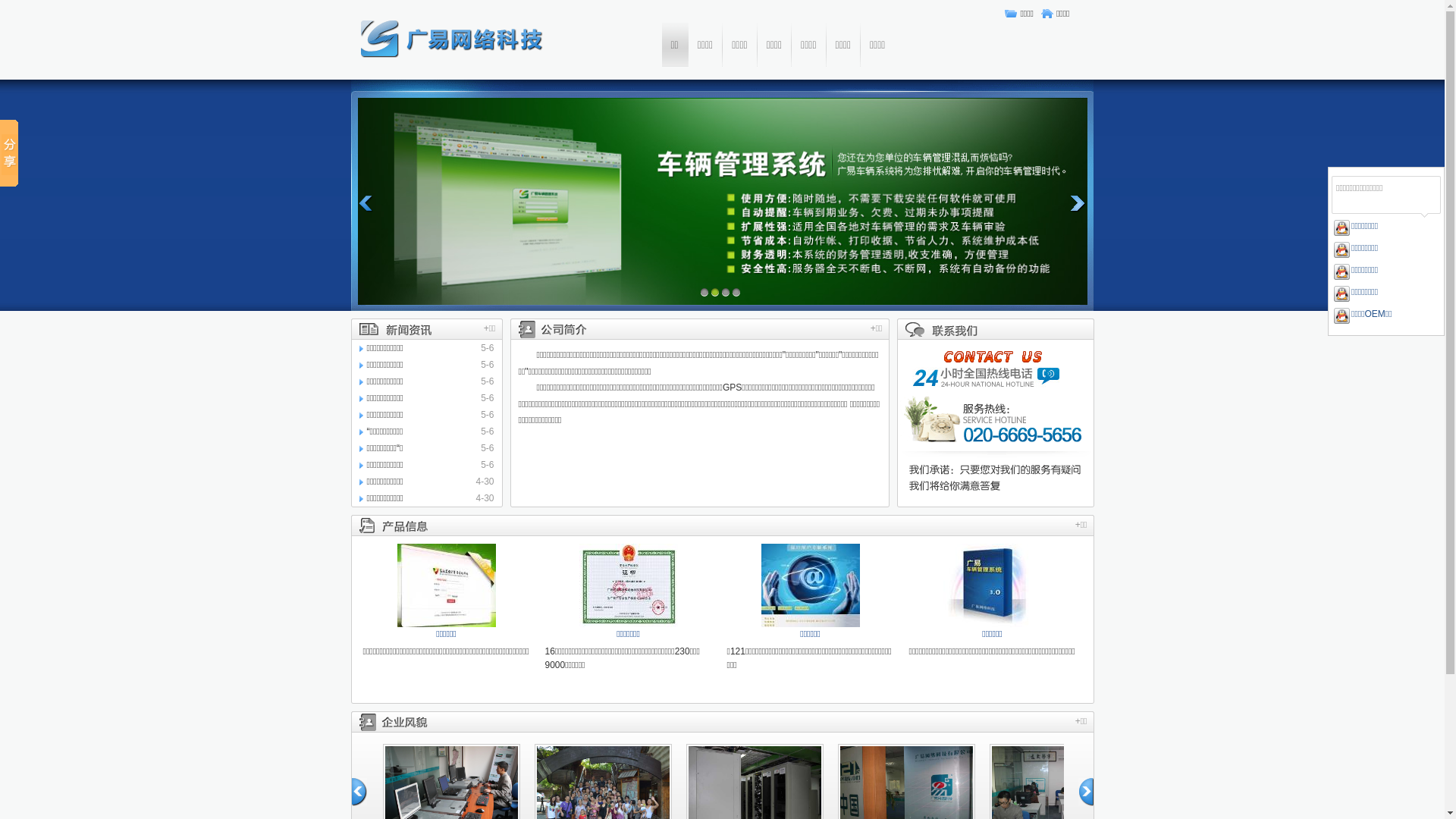 The image size is (1456, 819). I want to click on '3', so click(723, 292).